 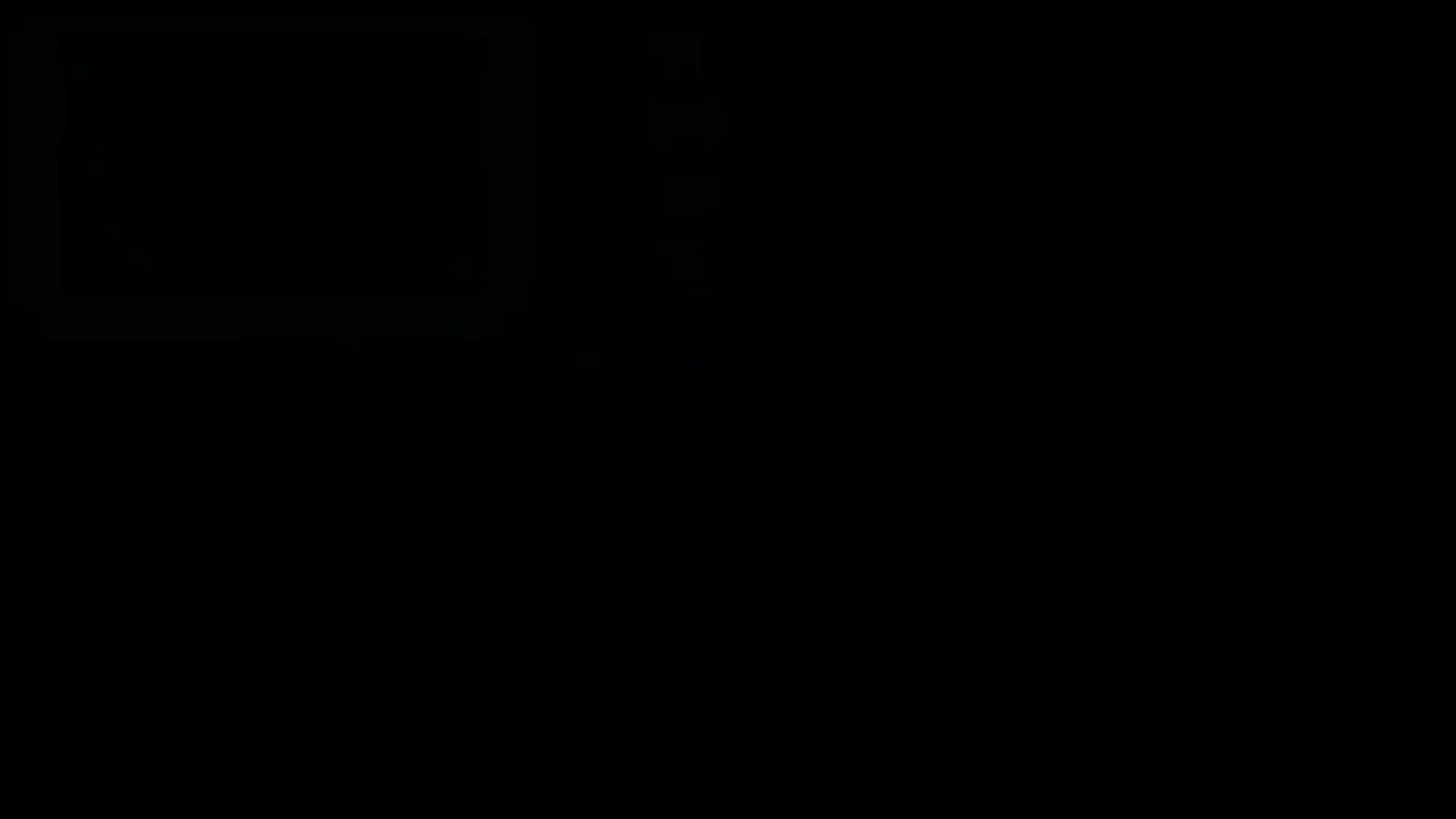 I want to click on CH, so click(x=585, y=256).